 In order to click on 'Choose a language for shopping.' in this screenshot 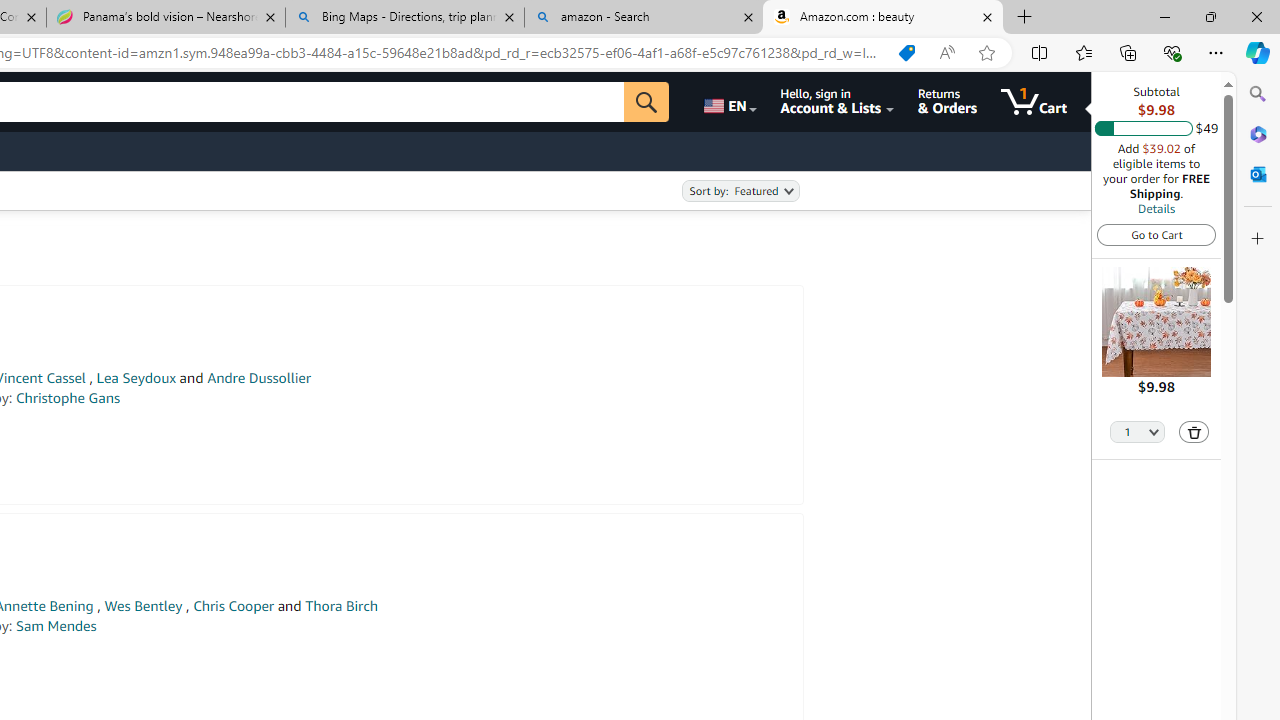, I will do `click(727, 101)`.